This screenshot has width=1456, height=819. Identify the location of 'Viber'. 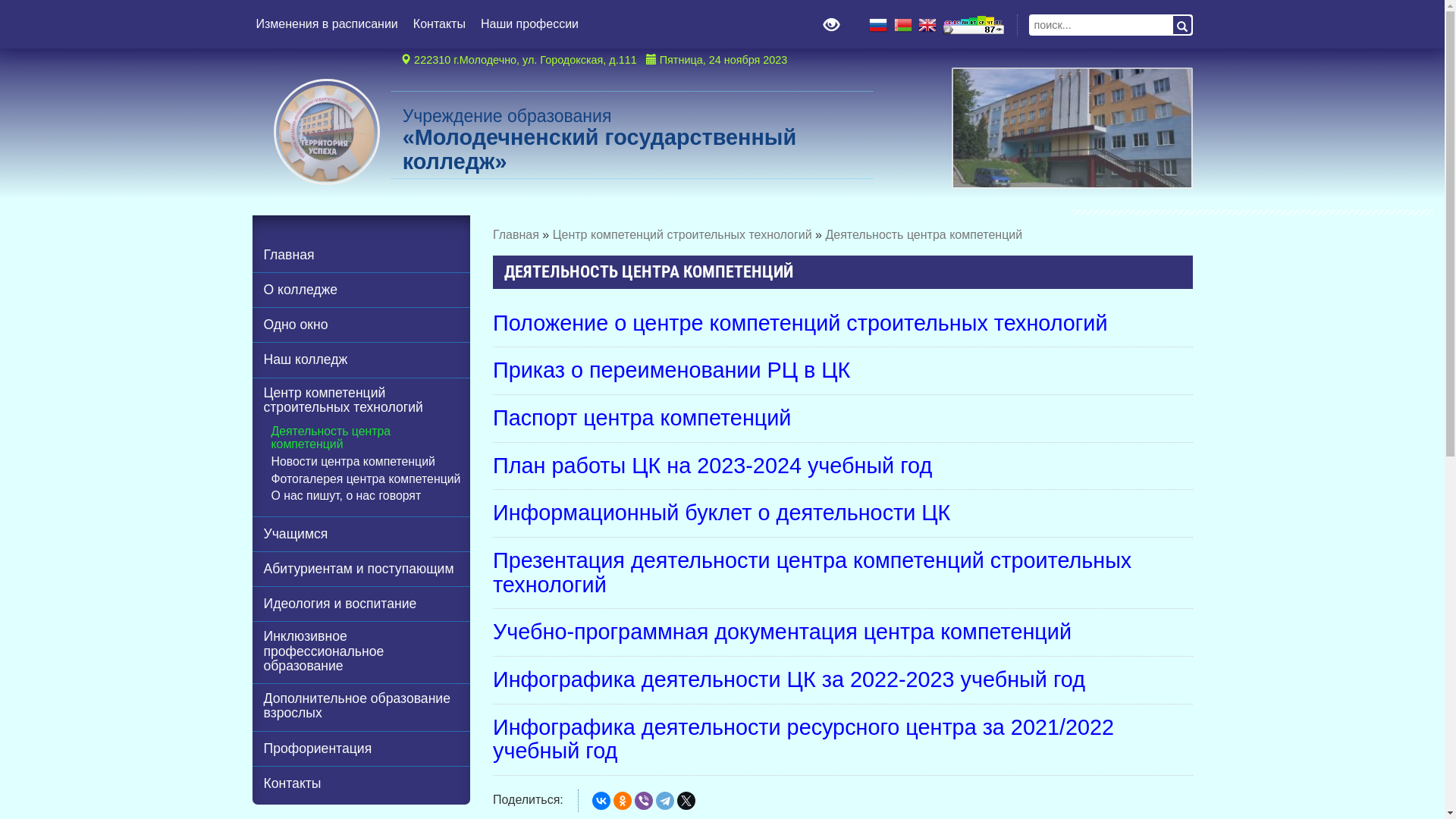
(644, 800).